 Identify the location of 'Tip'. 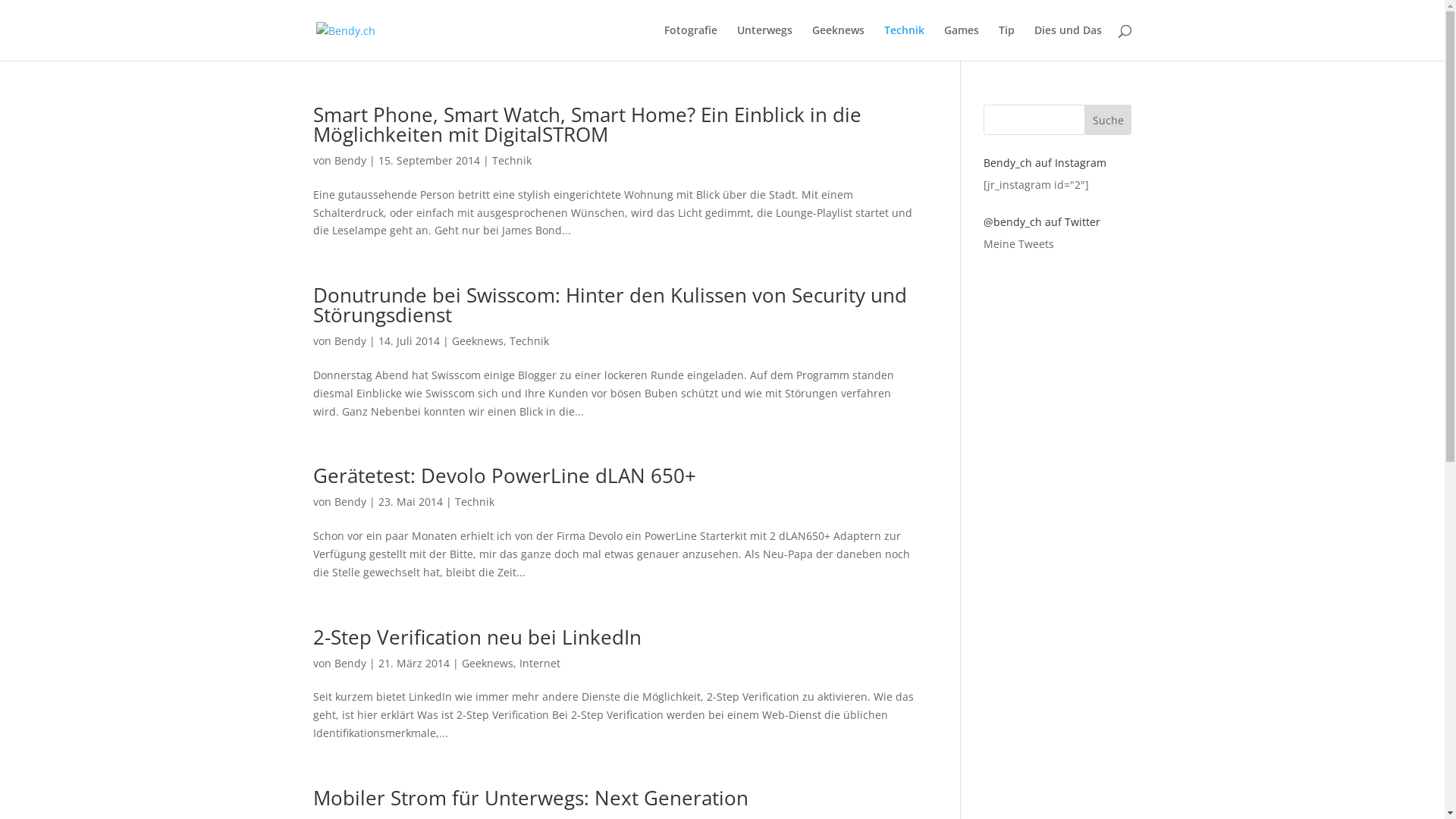
(1006, 42).